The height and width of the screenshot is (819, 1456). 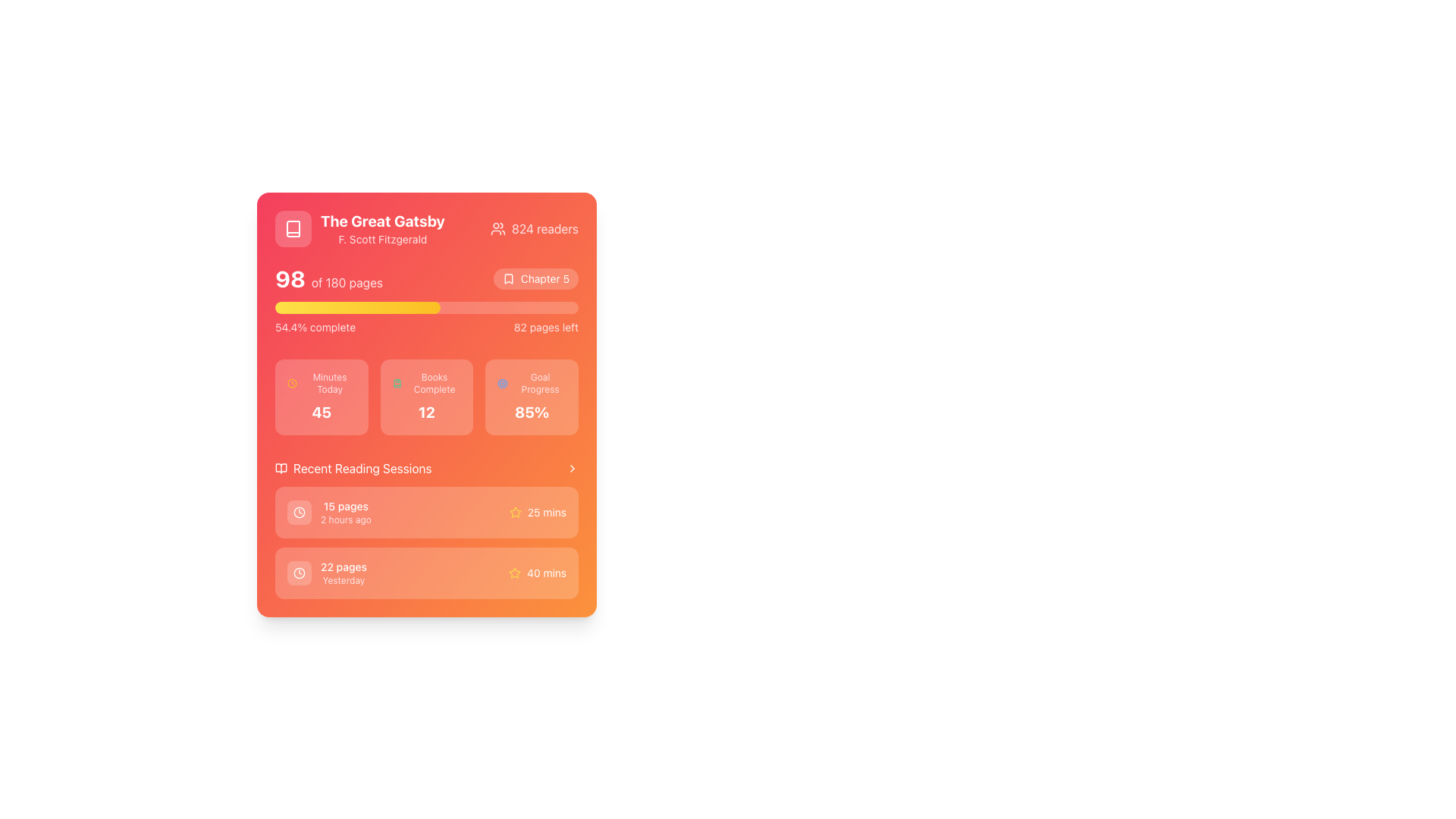 What do you see at coordinates (326, 573) in the screenshot?
I see `displayed information from the Information display that shows '22 pages' and 'Yesterday' in the Recent Reading Sessions list` at bounding box center [326, 573].